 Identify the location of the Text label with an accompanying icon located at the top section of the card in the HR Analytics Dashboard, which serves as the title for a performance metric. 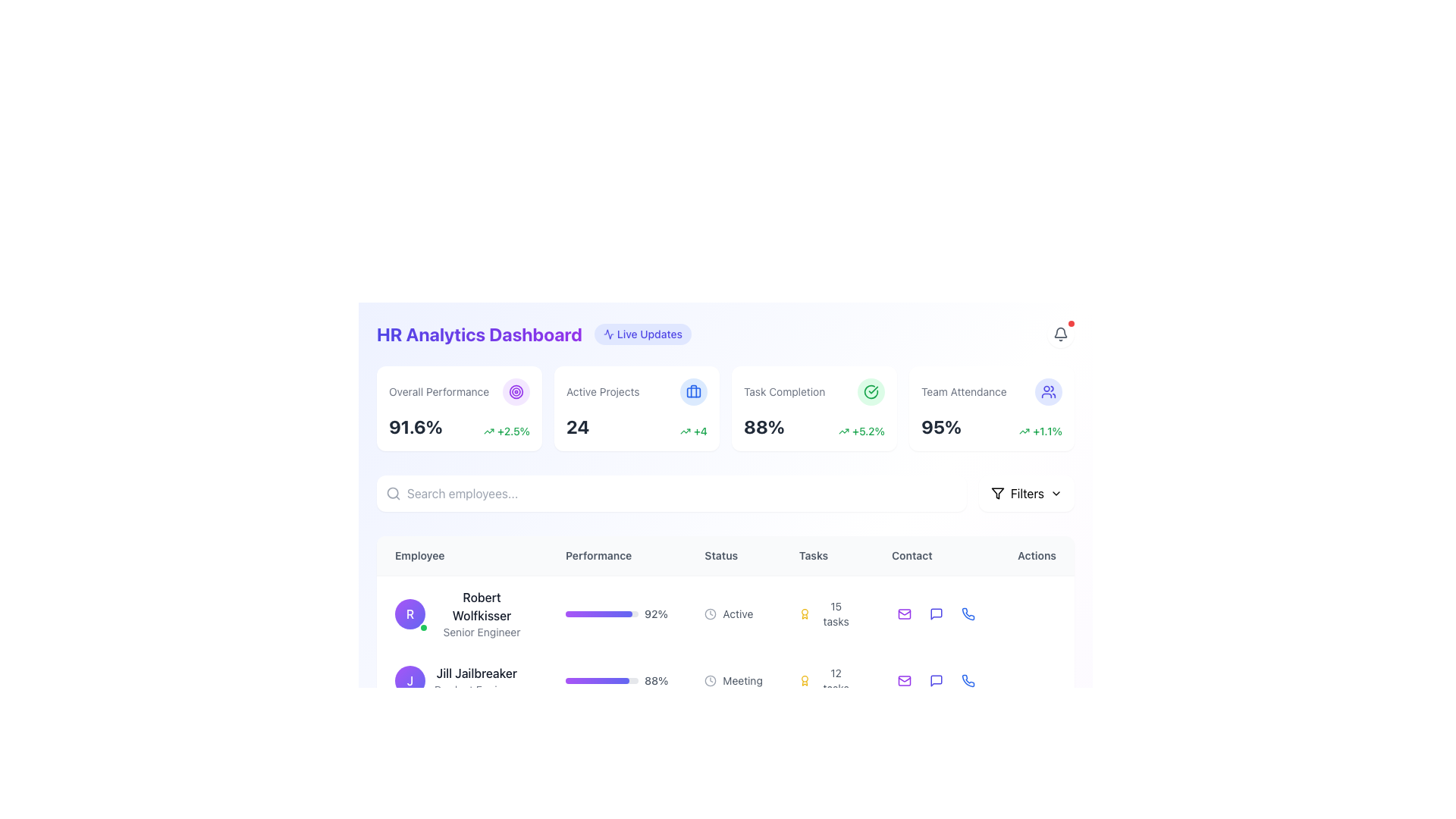
(458, 391).